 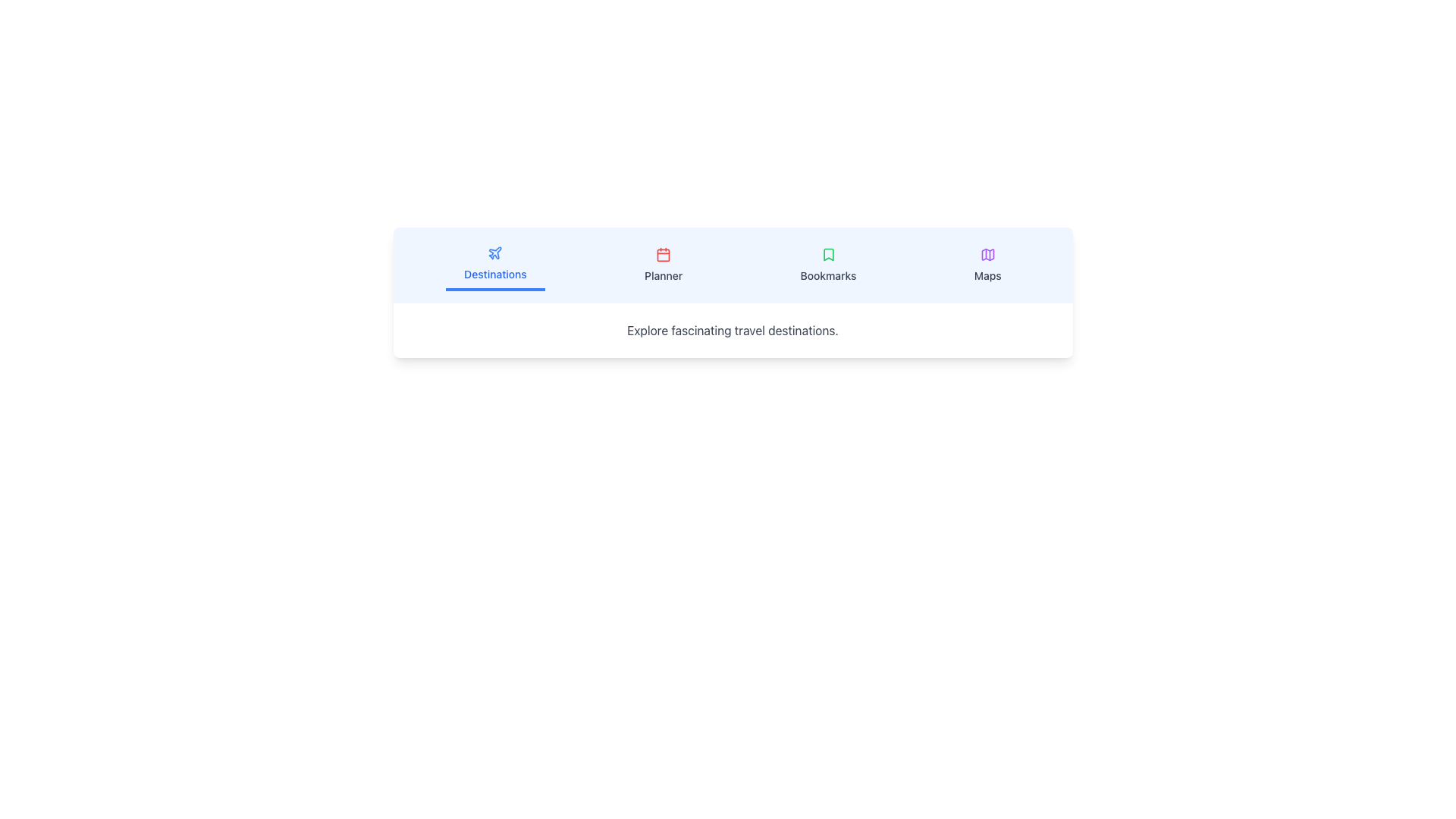 What do you see at coordinates (827, 253) in the screenshot?
I see `the 'Bookmarks' icon in the navigation bar, which is the third icon from the left and positioned above the 'Bookmarks' text label` at bounding box center [827, 253].